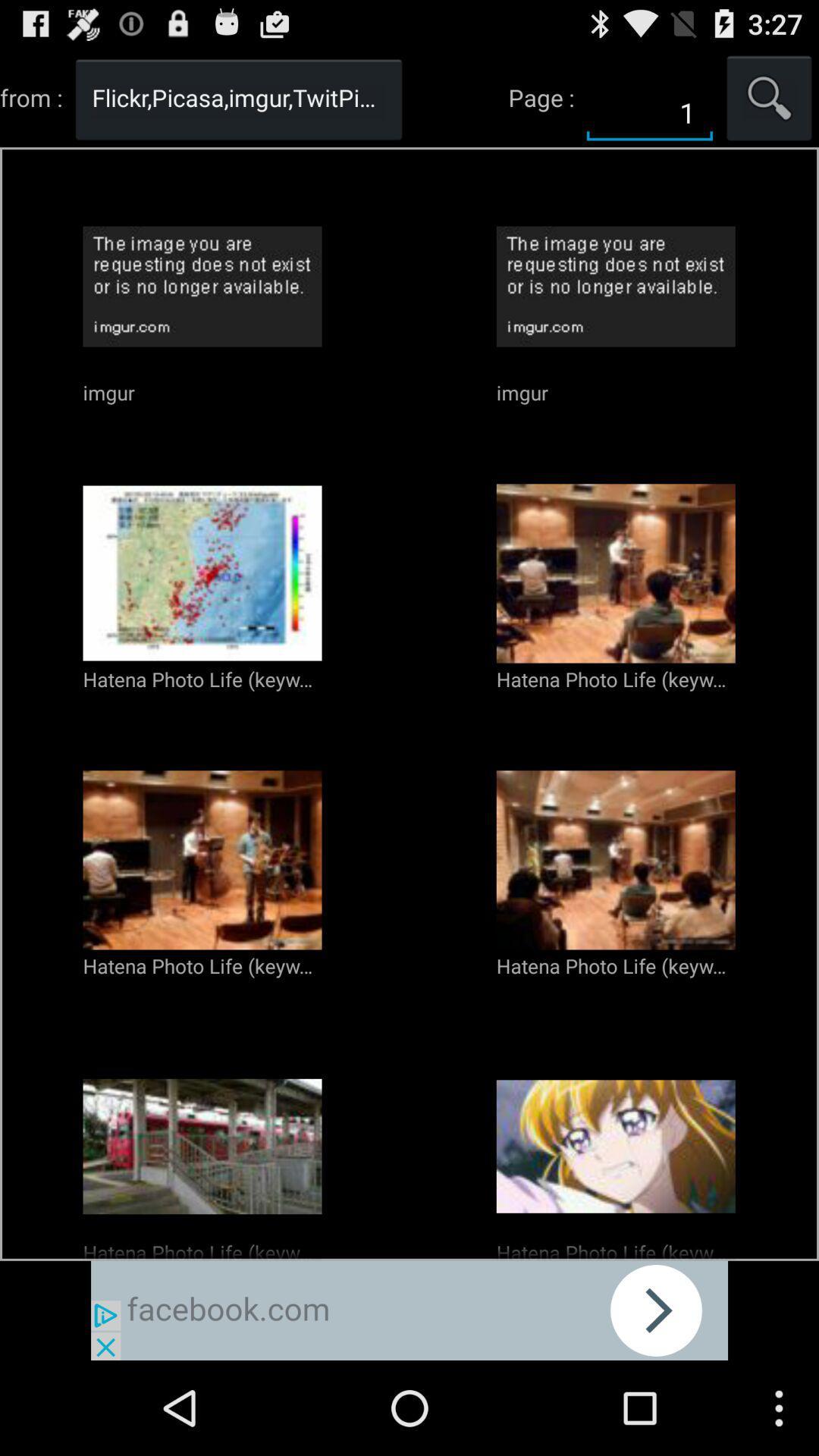 The width and height of the screenshot is (819, 1456). What do you see at coordinates (769, 96) in the screenshot?
I see `search` at bounding box center [769, 96].